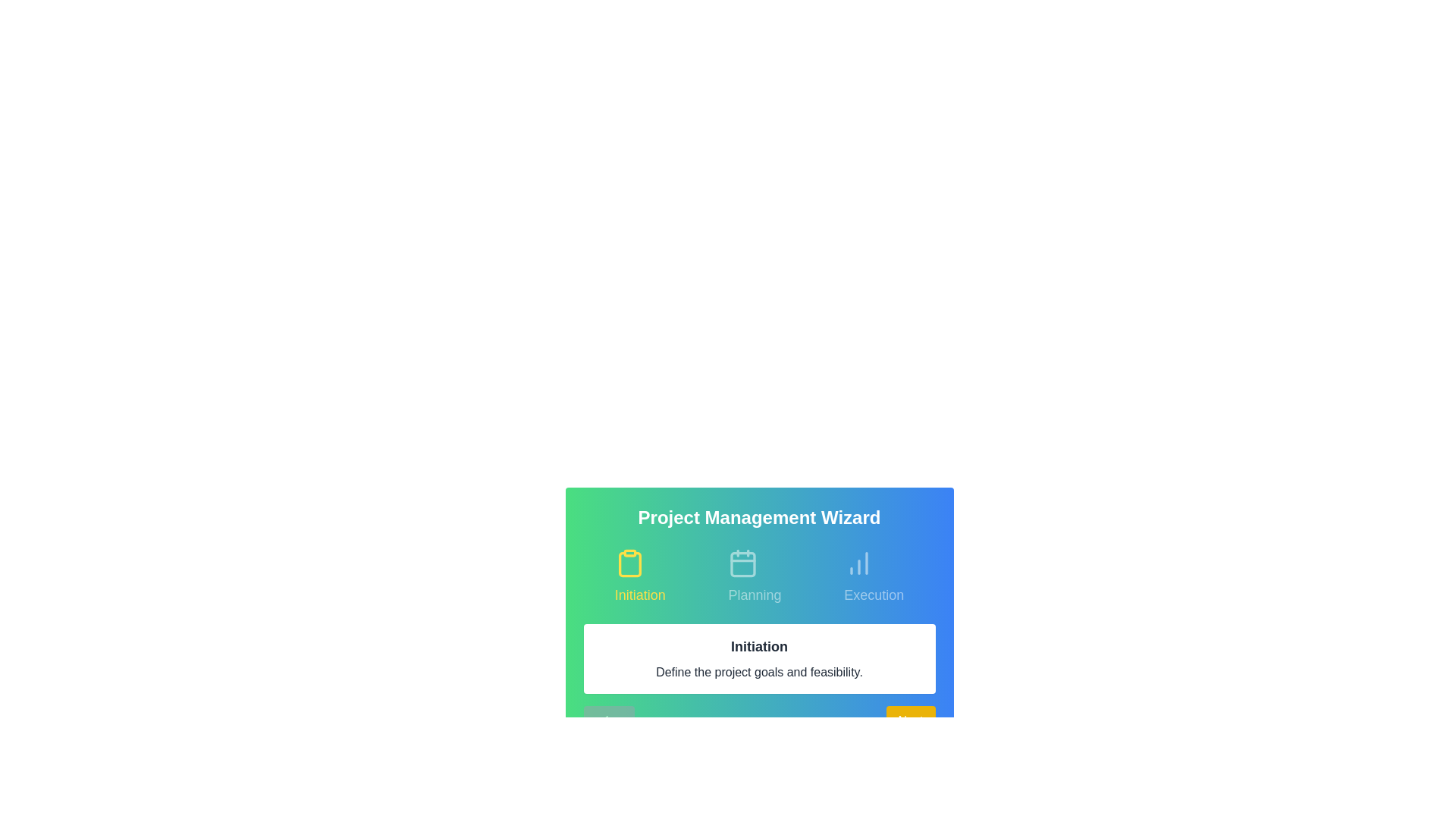 The height and width of the screenshot is (819, 1456). What do you see at coordinates (759, 672) in the screenshot?
I see `the text content 'Define the project goals and feasibility.'` at bounding box center [759, 672].